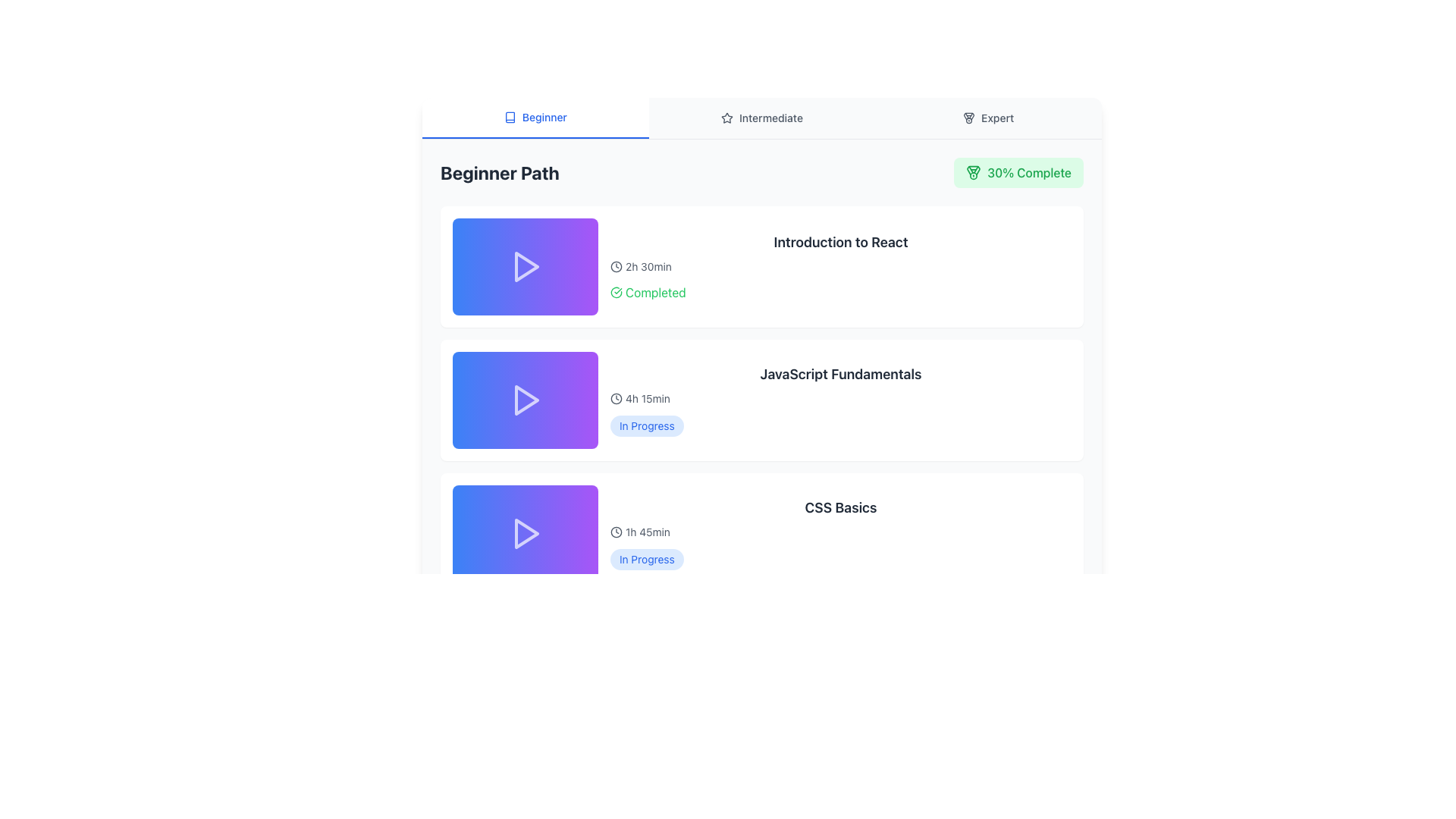 This screenshot has width=1456, height=819. What do you see at coordinates (1029, 171) in the screenshot?
I see `the text label displaying '30% Complete' styled in green font, located in the top-right corner of the UI` at bounding box center [1029, 171].